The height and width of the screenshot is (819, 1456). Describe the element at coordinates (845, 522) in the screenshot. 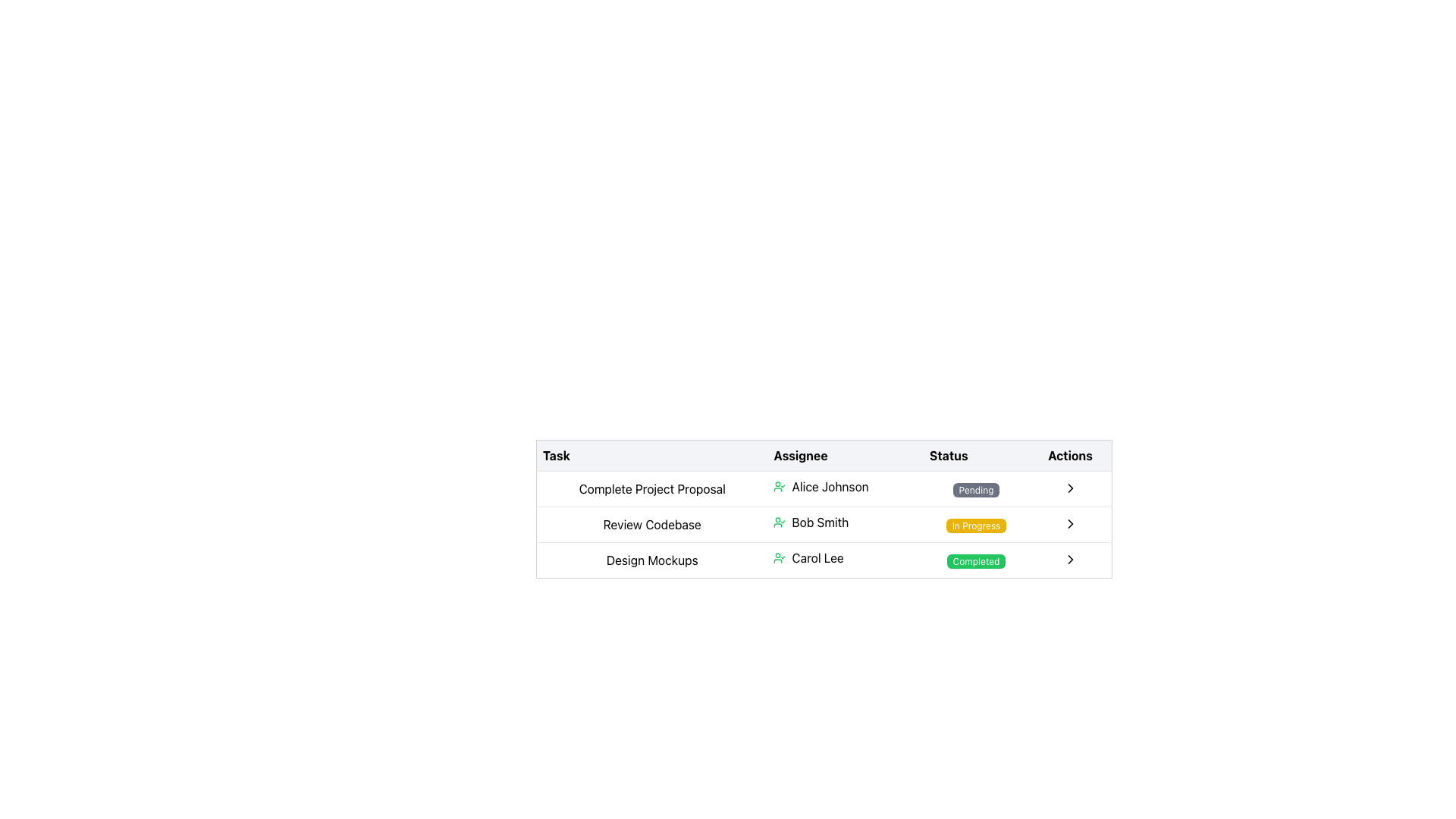

I see `the Label with Icon that identifies the assignee of the task 'Review Codebase' in the second column of the second row in the table layout` at that location.